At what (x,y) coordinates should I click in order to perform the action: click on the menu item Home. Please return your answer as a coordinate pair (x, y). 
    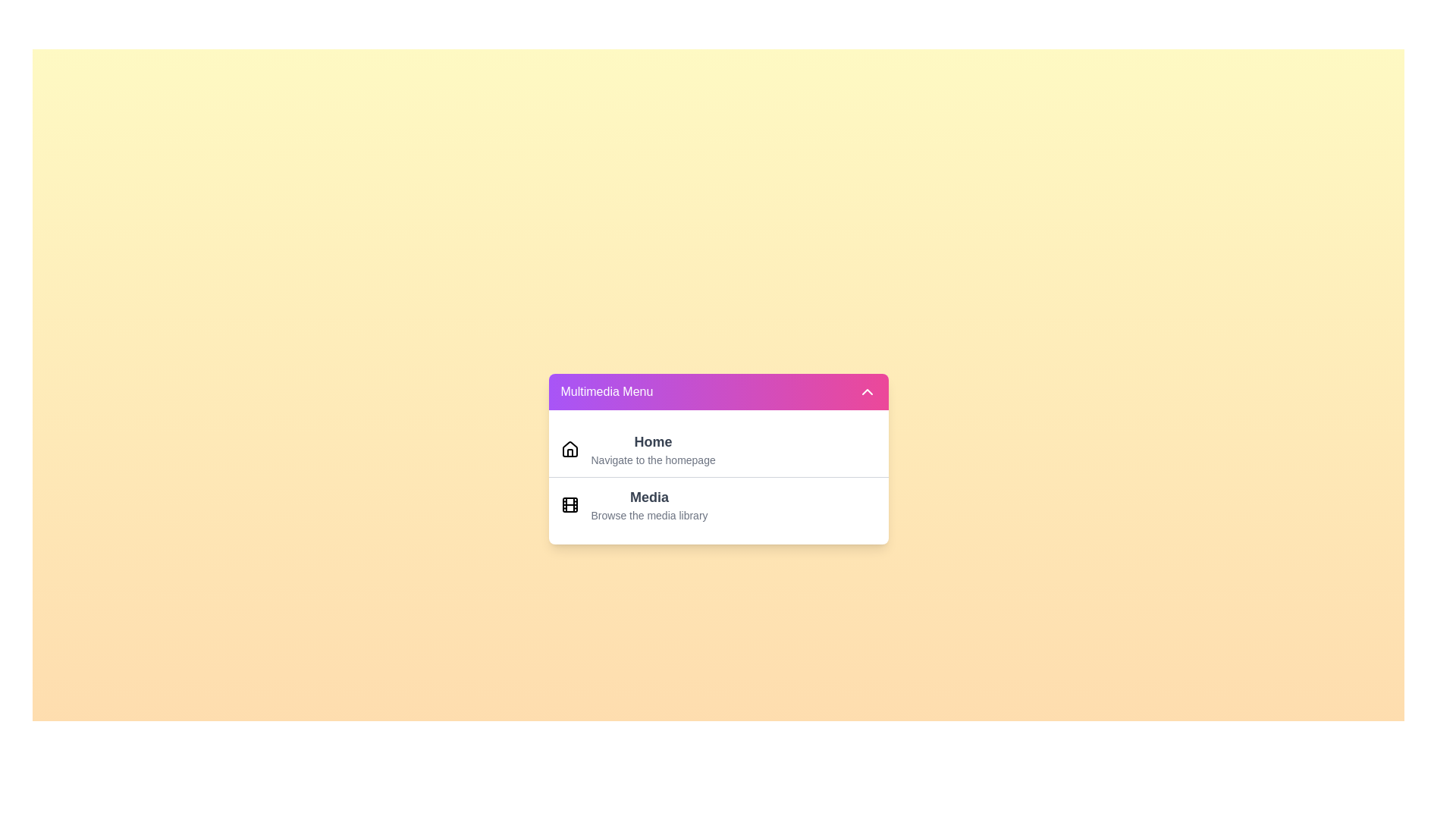
    Looking at the image, I should click on (653, 448).